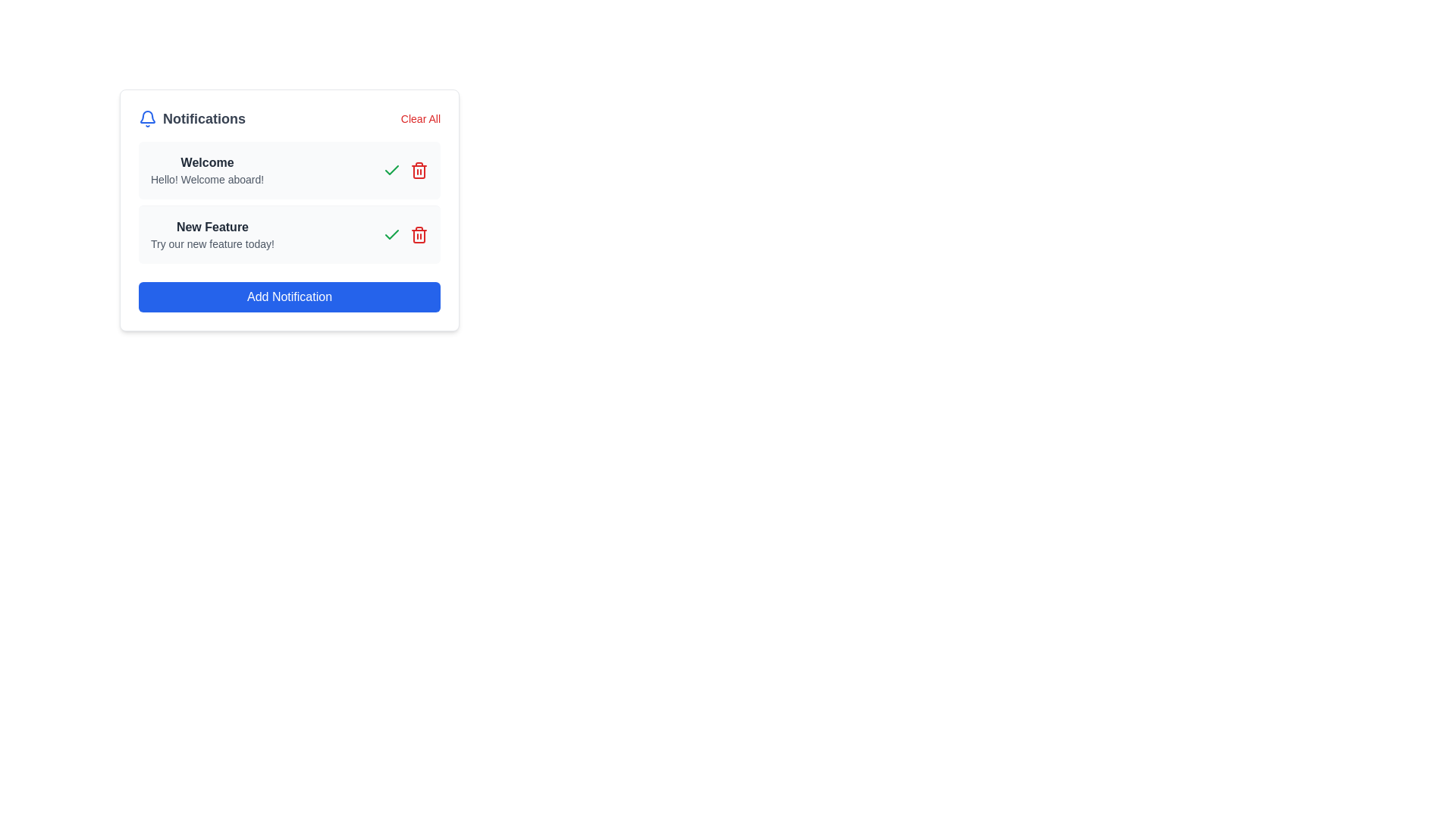 The height and width of the screenshot is (819, 1456). I want to click on the text label within the notification card that informs the user about the newly introduced feature under the title 'New Feature', so click(212, 243).